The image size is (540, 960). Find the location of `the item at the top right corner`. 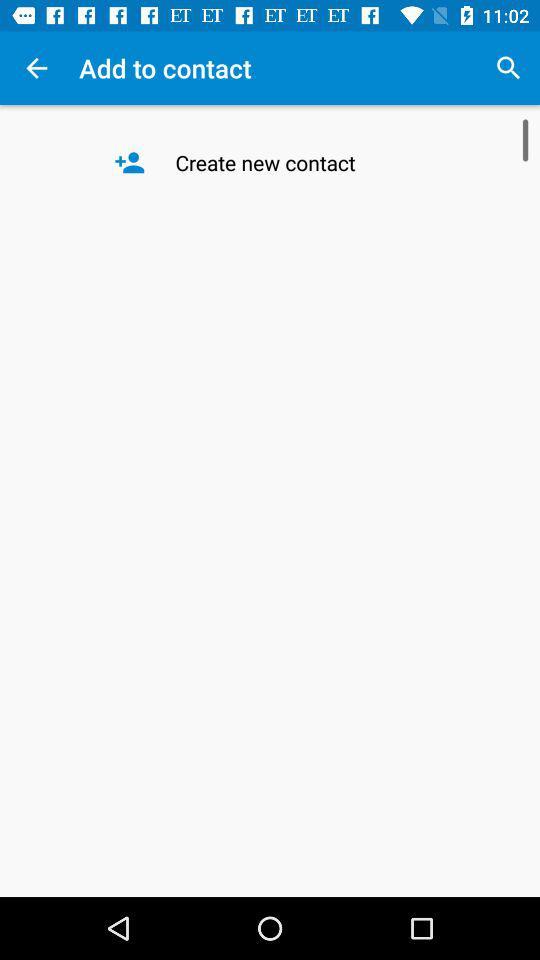

the item at the top right corner is located at coordinates (508, 68).